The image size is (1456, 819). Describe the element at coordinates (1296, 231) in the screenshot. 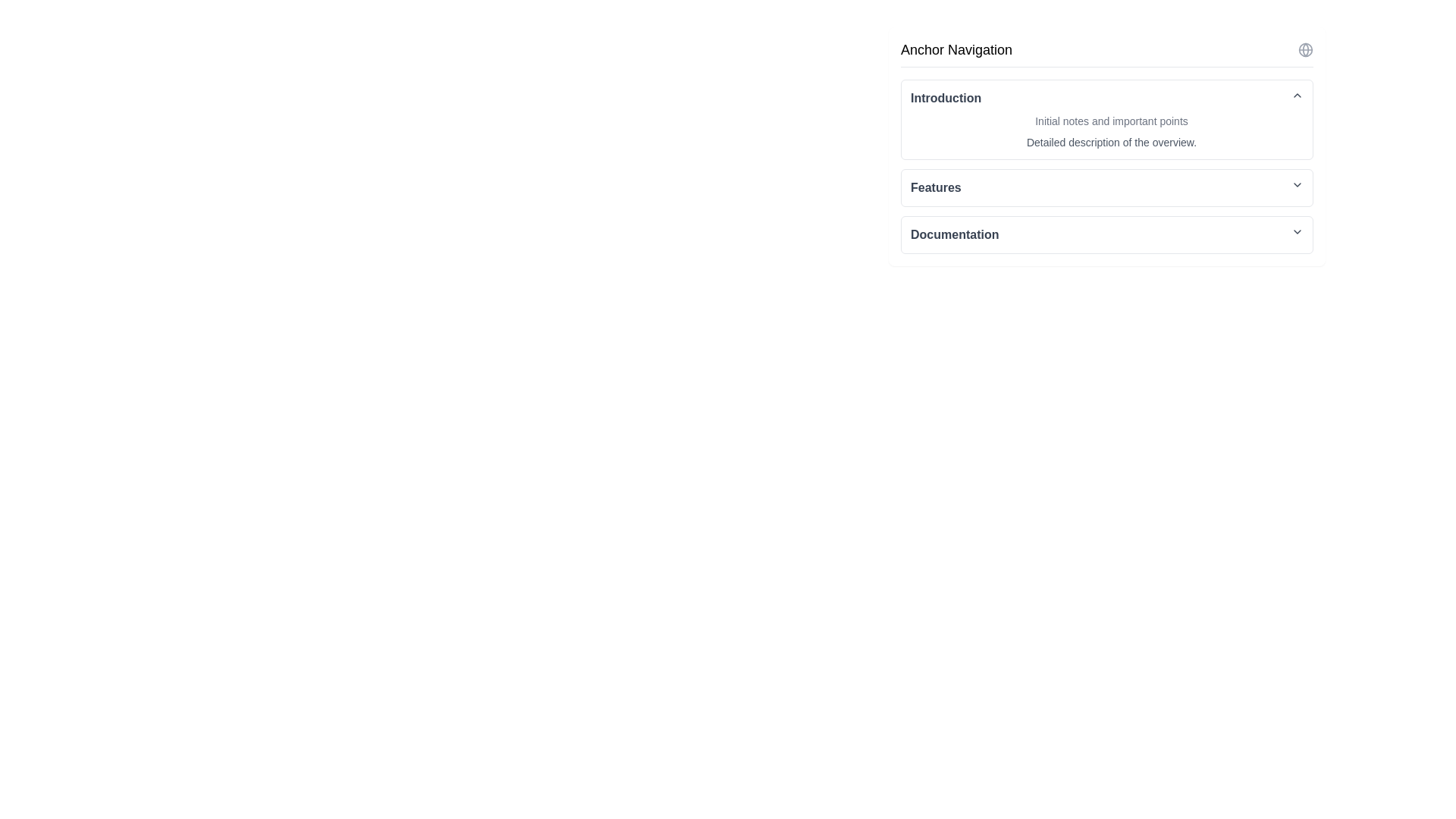

I see `the downward-facing chevron icon located at the rightmost side of the 'Documentation' row` at that location.